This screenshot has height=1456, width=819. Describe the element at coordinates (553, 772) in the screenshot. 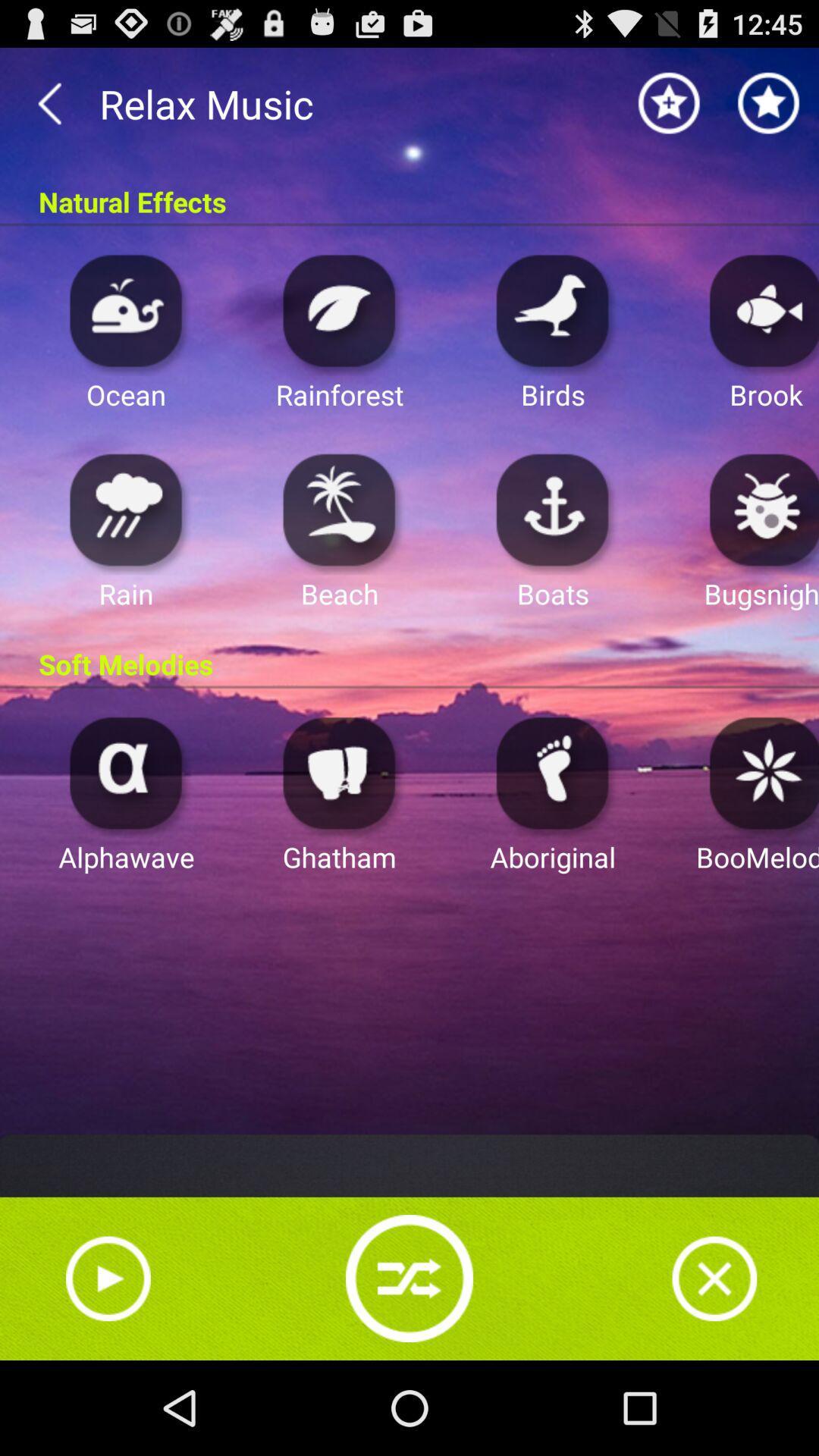

I see `aboriginal music` at that location.